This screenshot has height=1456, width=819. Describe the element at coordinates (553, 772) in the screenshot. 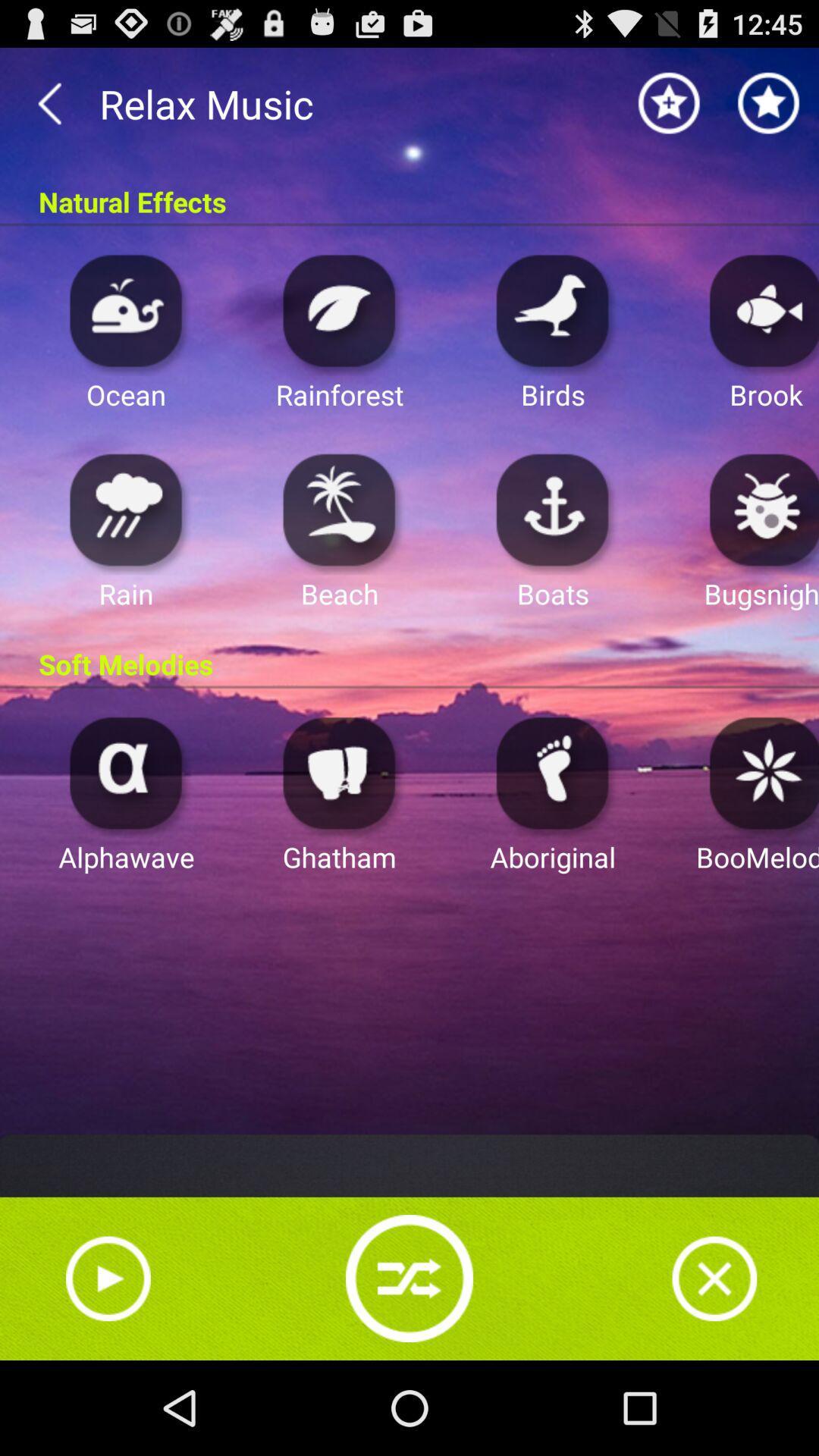

I see `aboriginal music` at that location.